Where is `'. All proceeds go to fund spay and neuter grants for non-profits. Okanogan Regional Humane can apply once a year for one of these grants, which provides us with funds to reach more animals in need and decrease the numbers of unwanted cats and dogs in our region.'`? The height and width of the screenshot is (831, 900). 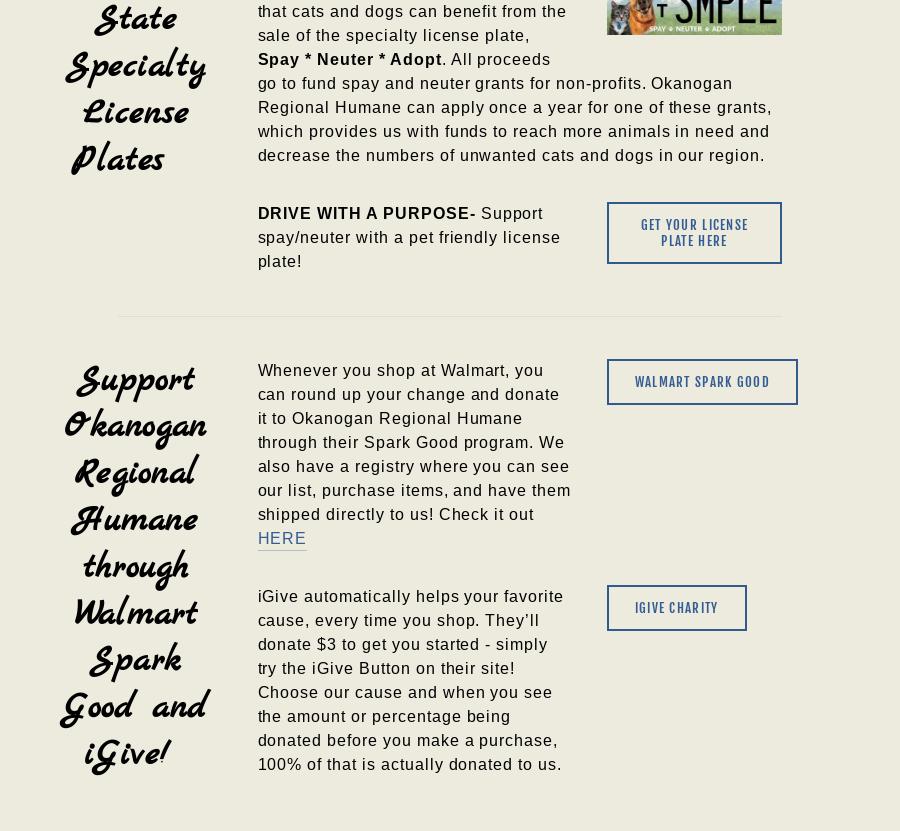
'. All proceeds go to fund spay and neuter grants for non-profits. Okanogan Regional Humane can apply once a year for one of these grants, which provides us with funds to reach more animals in need and decrease the numbers of unwanted cats and dogs in our region.' is located at coordinates (515, 106).